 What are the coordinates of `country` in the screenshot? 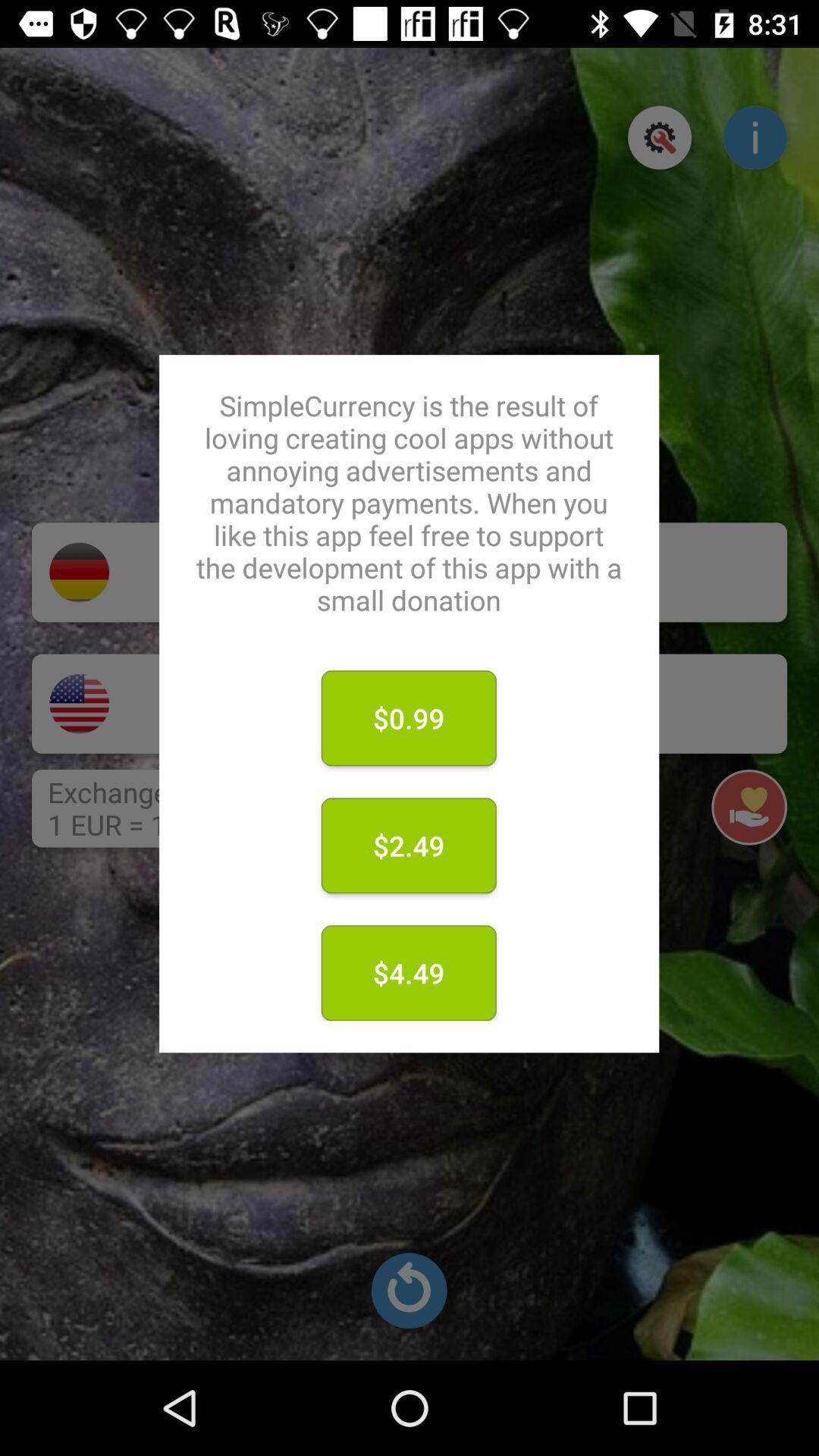 It's located at (79, 703).